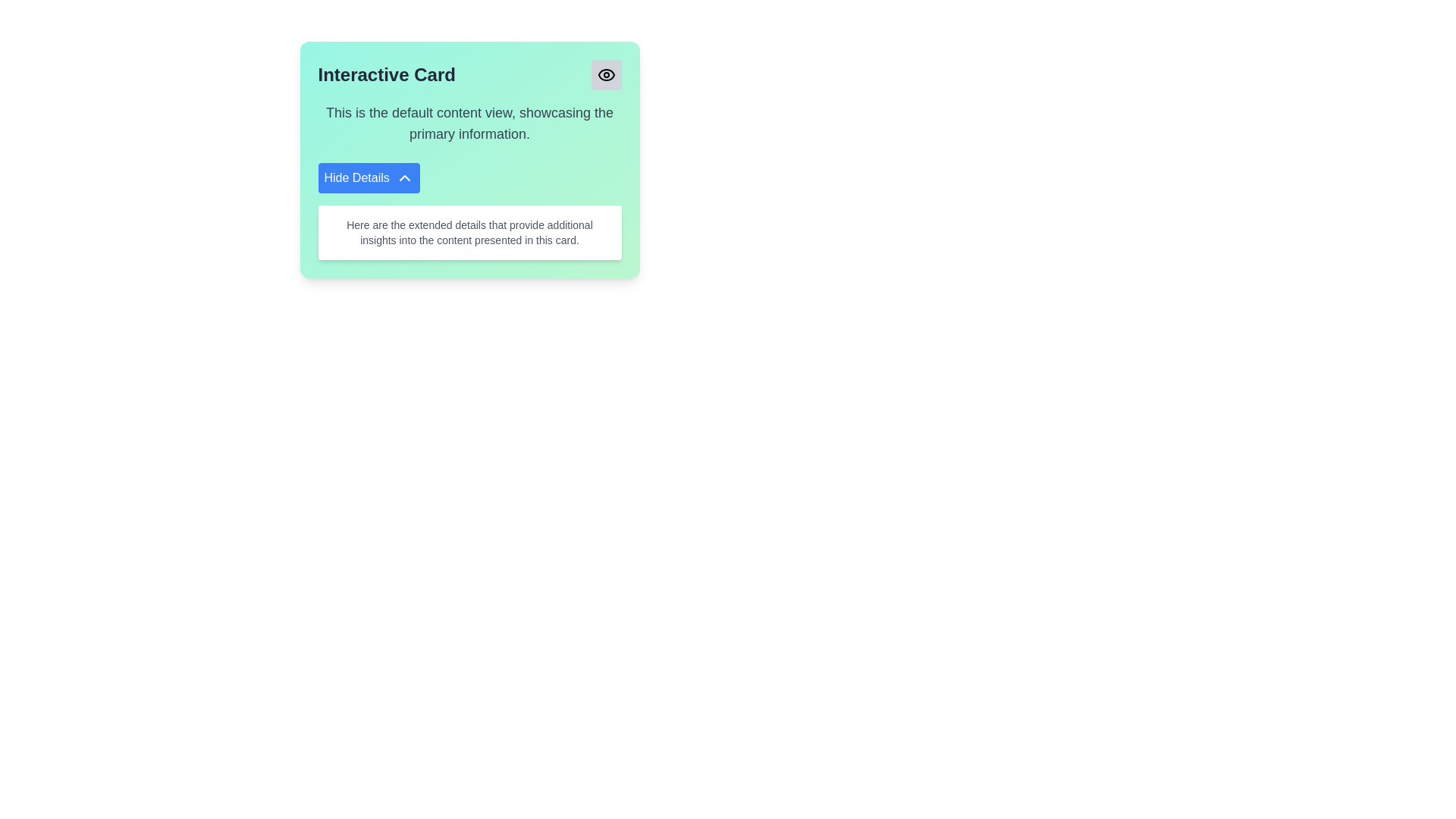  I want to click on the text inside the text content area that is styled with a light gray font color and contains the message: 'Here are the extended details that provide additional insights into the content presented in this card.', so click(469, 233).